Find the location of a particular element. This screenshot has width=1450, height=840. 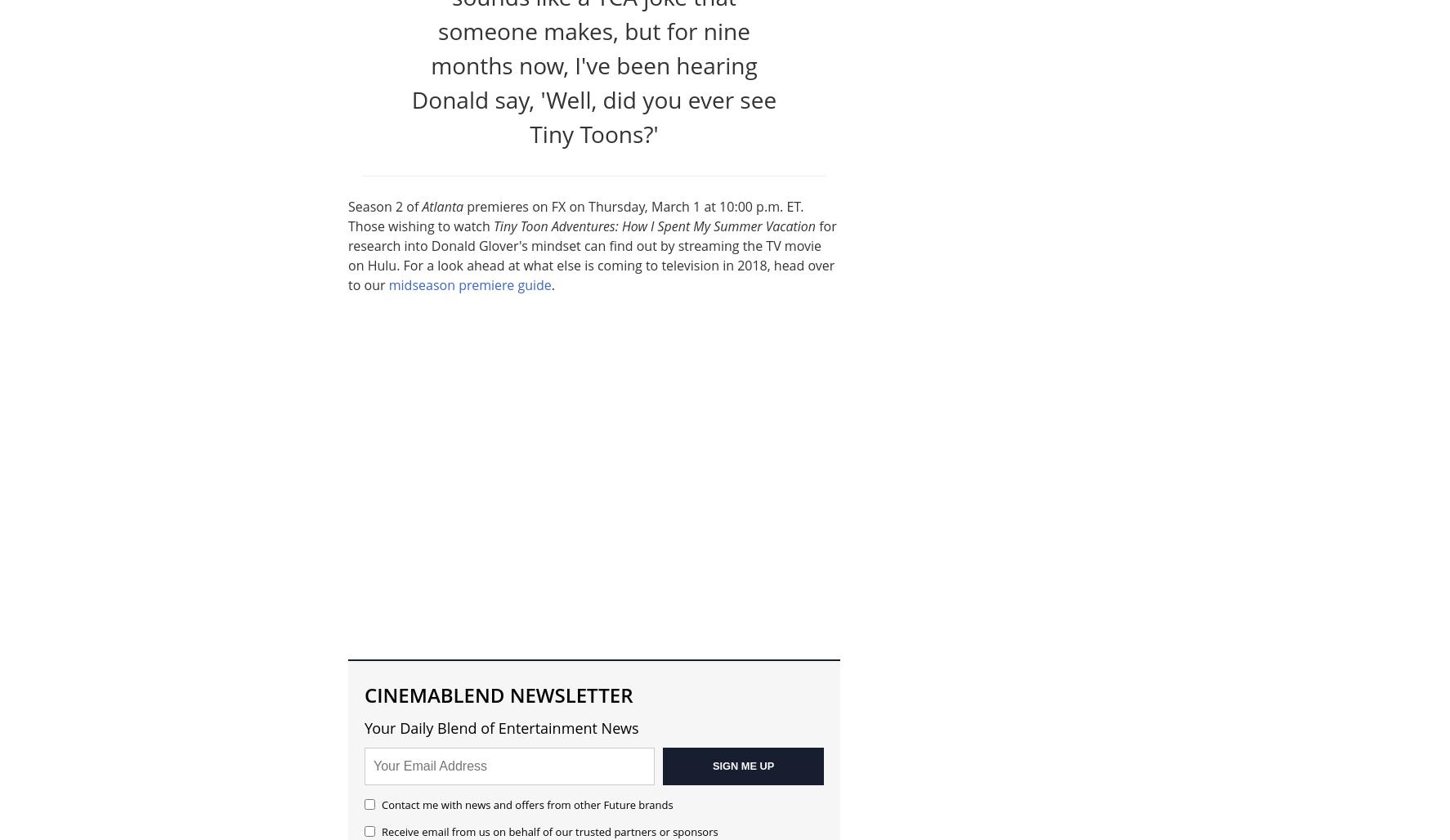

'for research into Donald Glover's mindset can find out by streaming the TV movie on Hulu. For a look ahead at what else is coming to television in 2018, head over to our' is located at coordinates (591, 254).